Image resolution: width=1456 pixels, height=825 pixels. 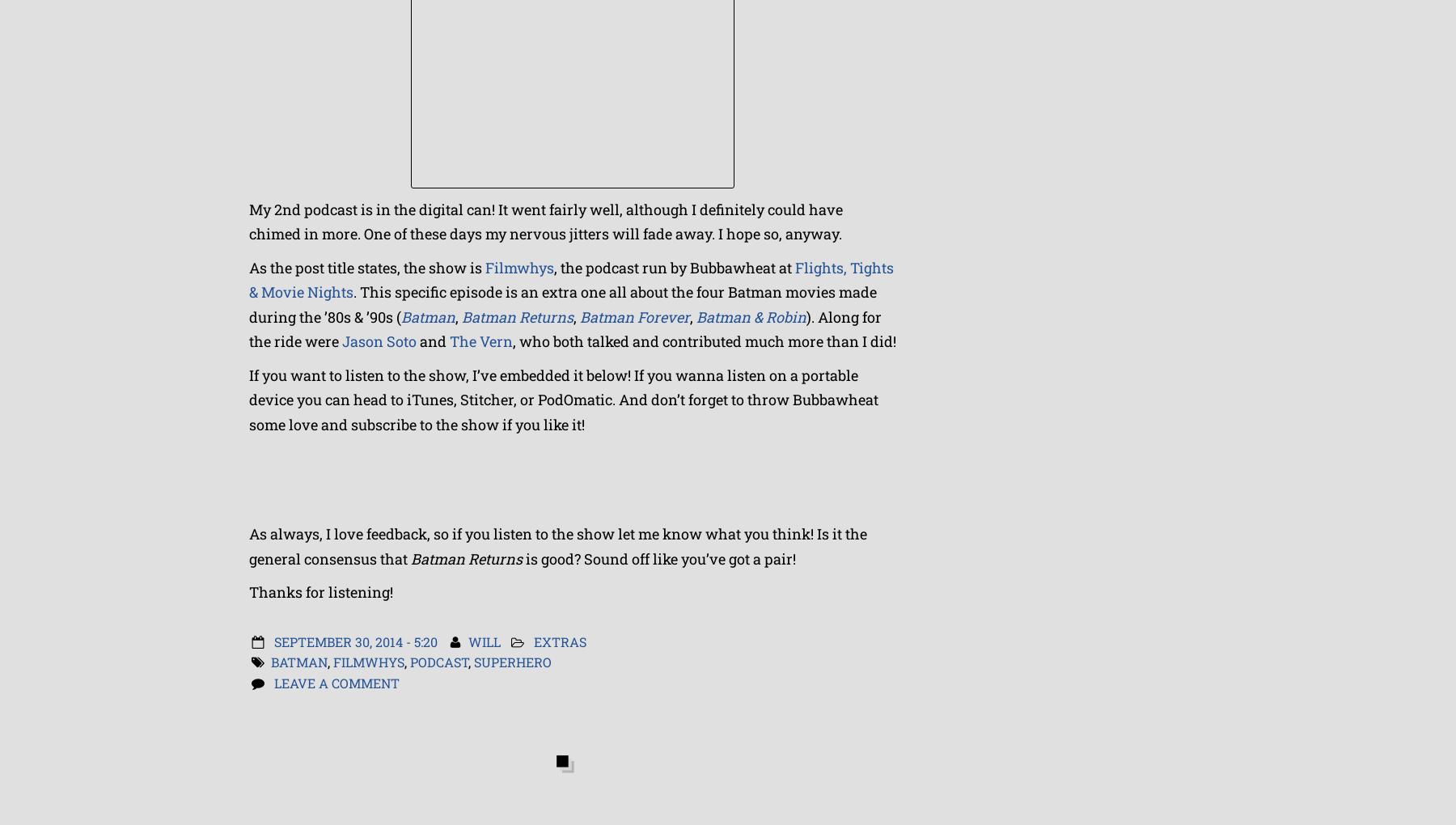 What do you see at coordinates (432, 341) in the screenshot?
I see `'and'` at bounding box center [432, 341].